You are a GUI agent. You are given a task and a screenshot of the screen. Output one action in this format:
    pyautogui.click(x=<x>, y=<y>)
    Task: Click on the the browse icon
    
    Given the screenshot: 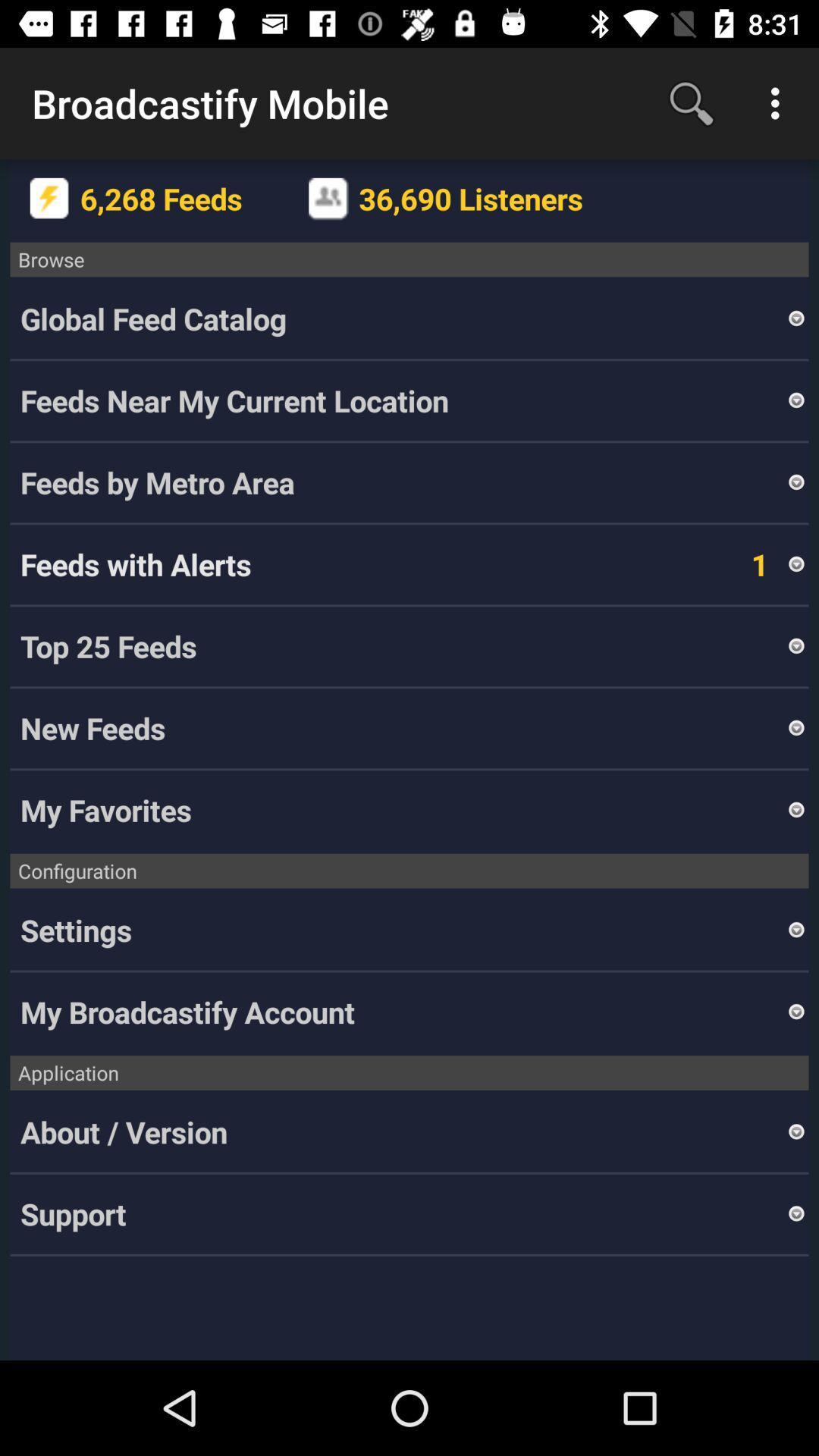 What is the action you would take?
    pyautogui.click(x=409, y=259)
    